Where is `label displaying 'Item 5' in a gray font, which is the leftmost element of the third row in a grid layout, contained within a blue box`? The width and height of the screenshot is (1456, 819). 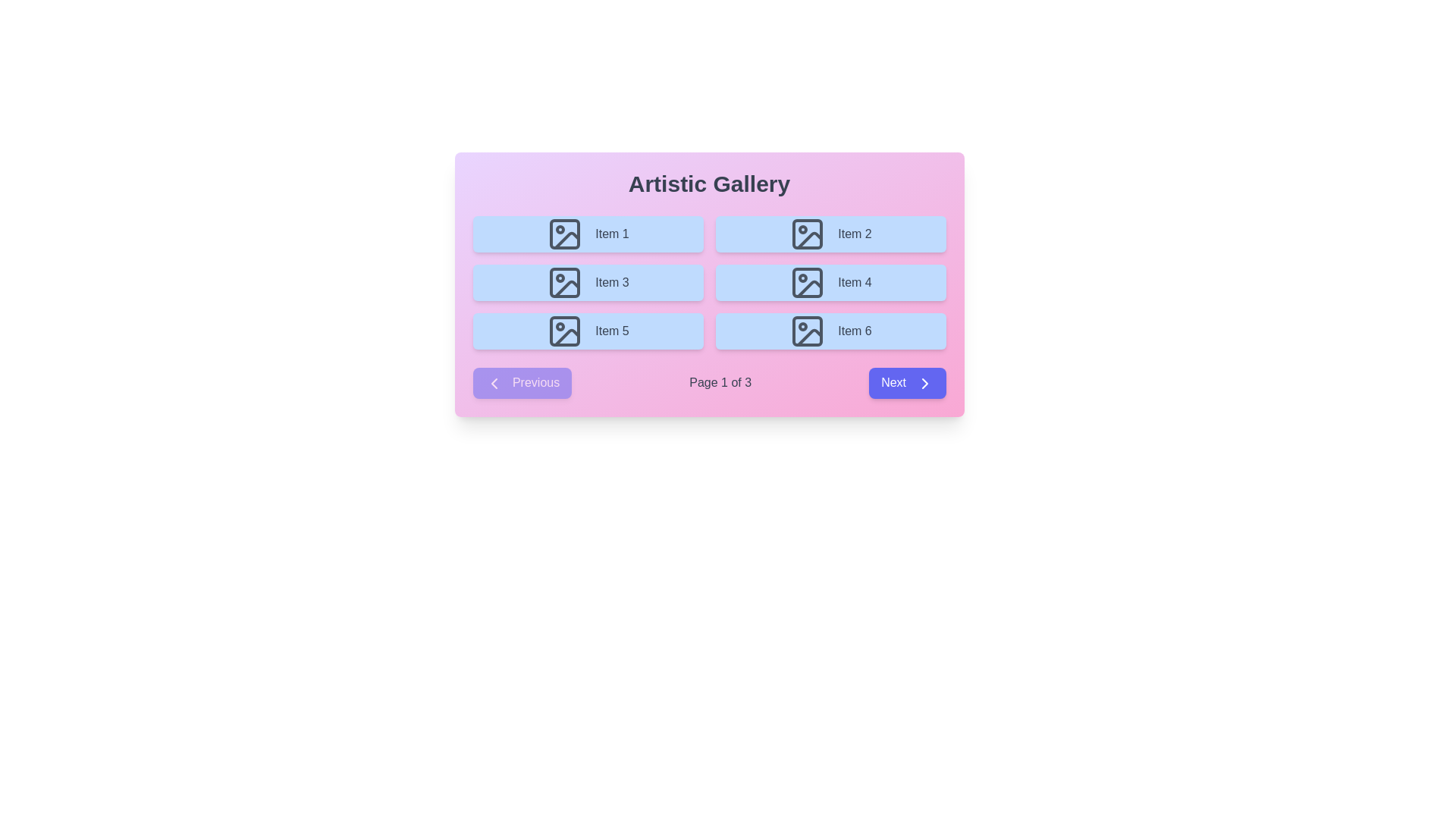
label displaying 'Item 5' in a gray font, which is the leftmost element of the third row in a grid layout, contained within a blue box is located at coordinates (612, 330).